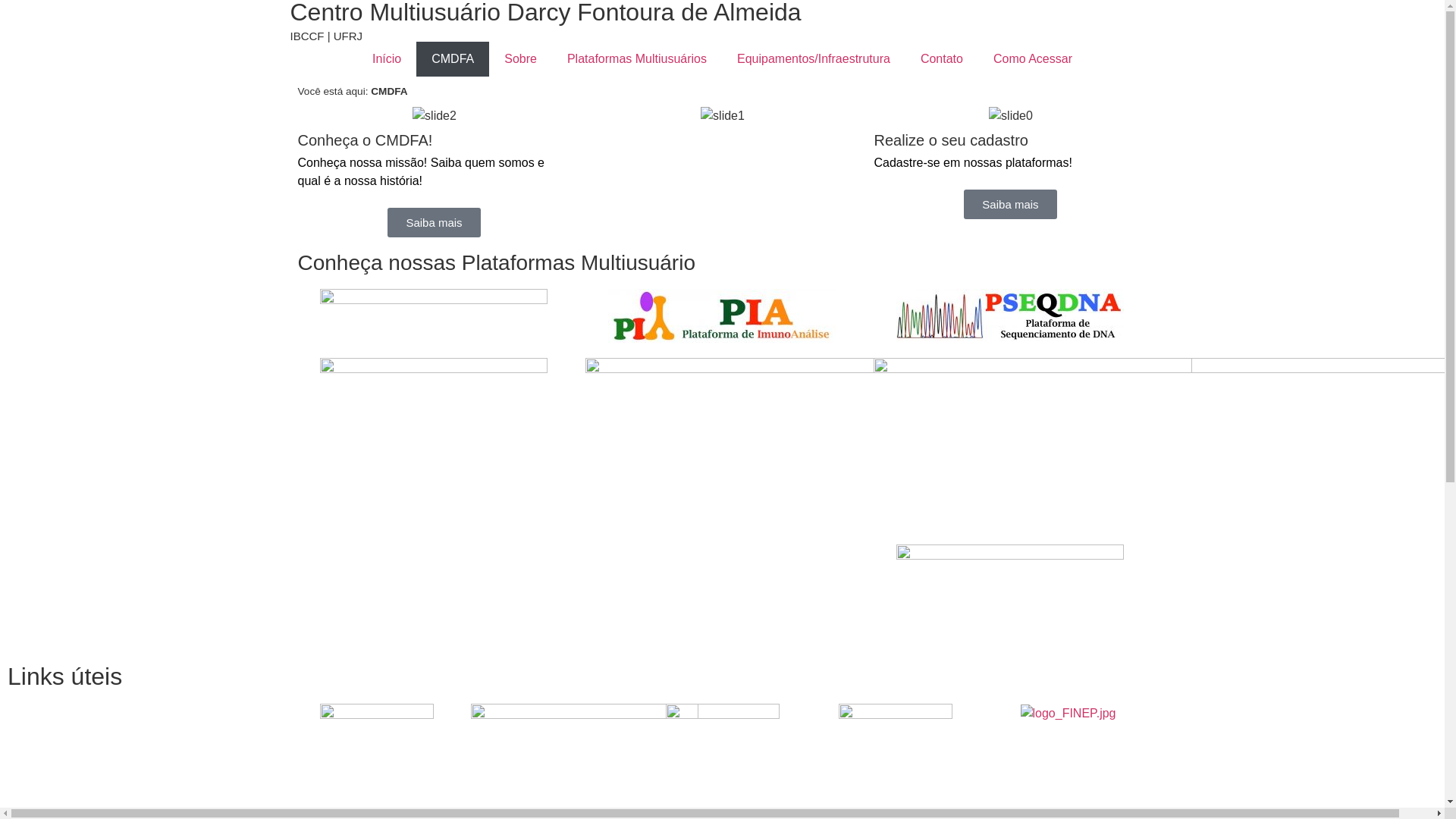 This screenshot has width=1456, height=819. I want to click on 'Saiba mais', so click(432, 222).